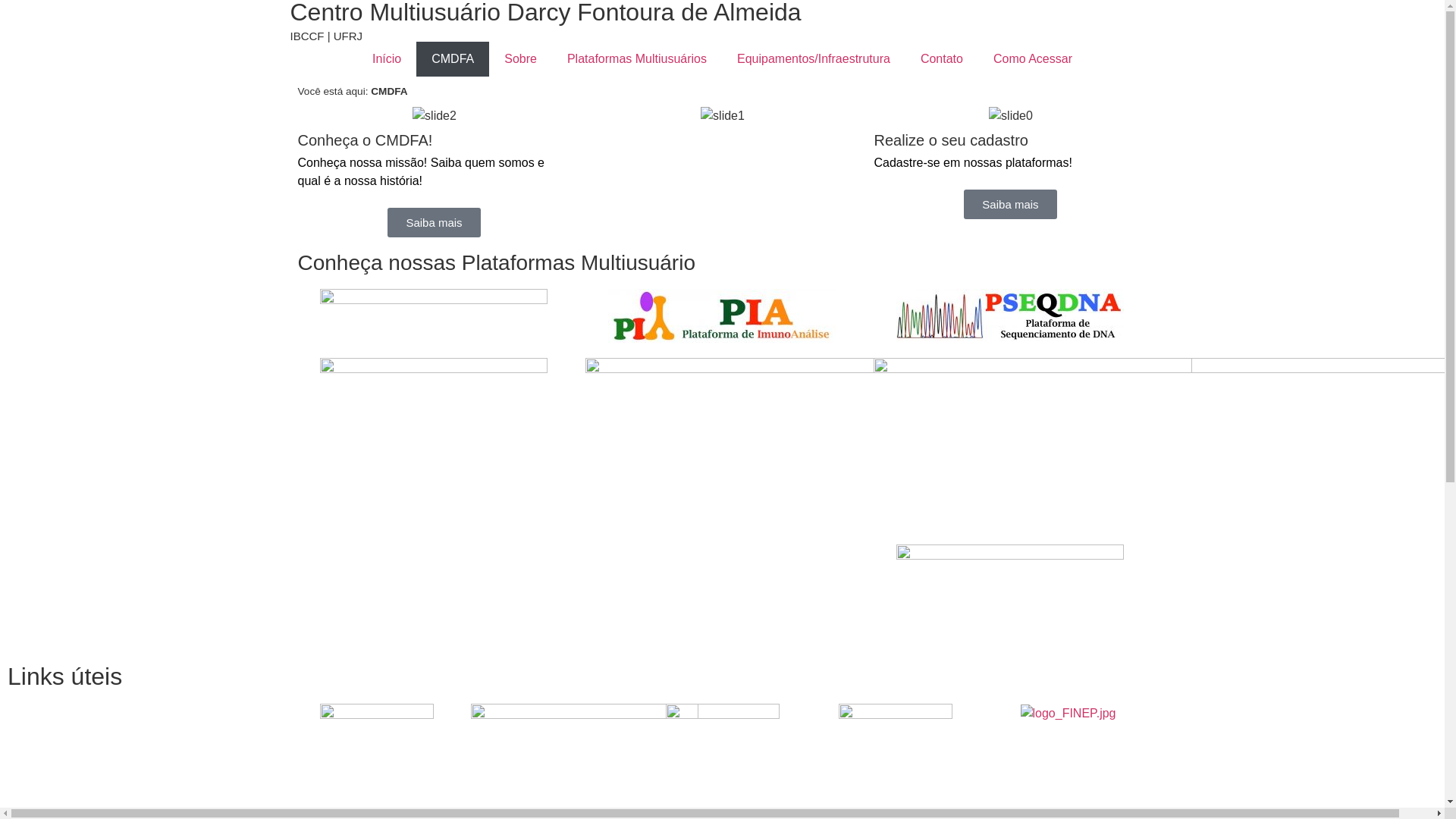 This screenshot has width=1456, height=819. I want to click on 'Saiba mais', so click(432, 222).